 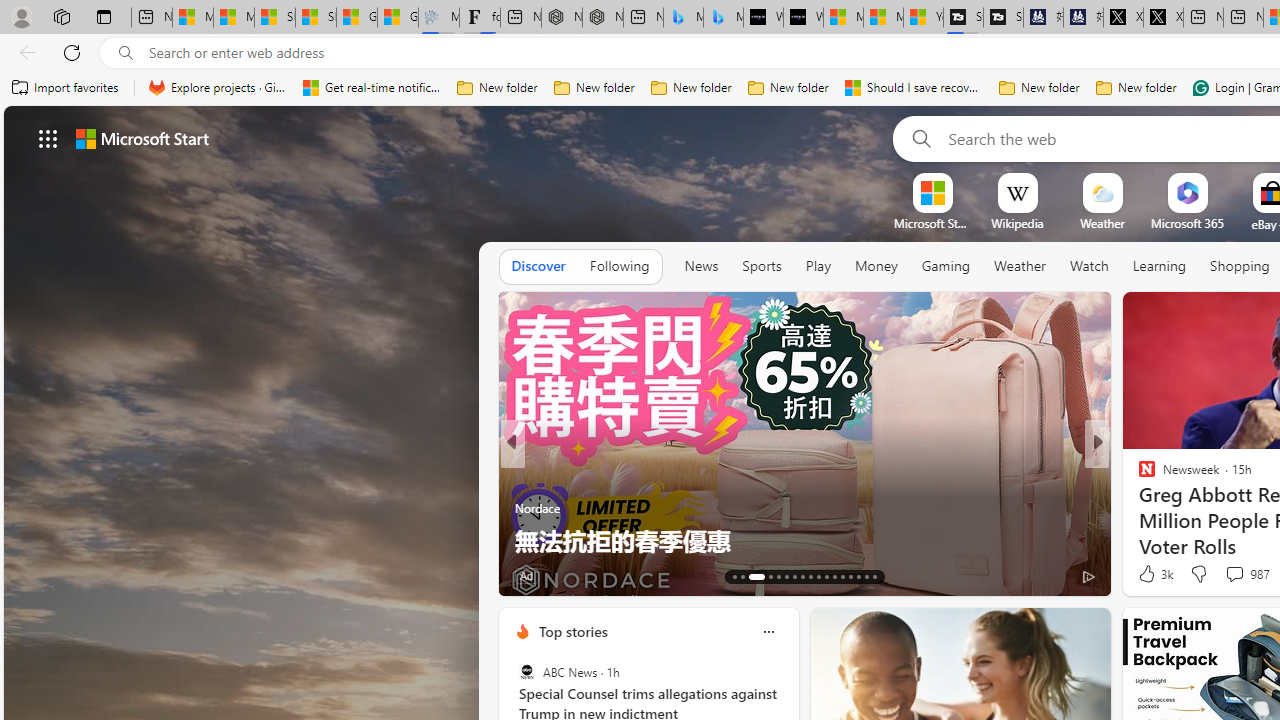 I want to click on 'AutomationID: tab-29', so click(x=874, y=577).